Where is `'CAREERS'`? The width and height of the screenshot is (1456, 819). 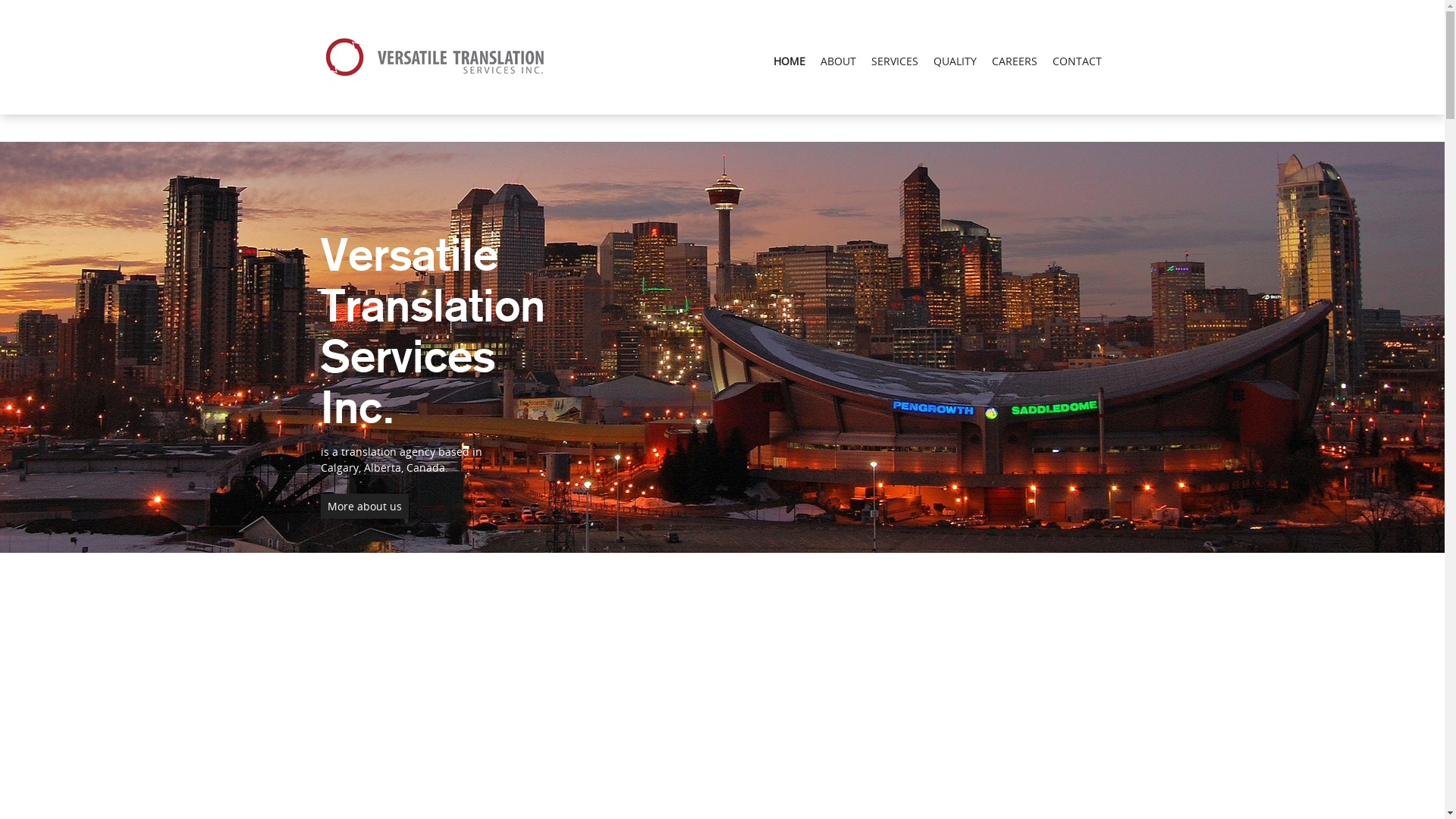
'CAREERS' is located at coordinates (1015, 60).